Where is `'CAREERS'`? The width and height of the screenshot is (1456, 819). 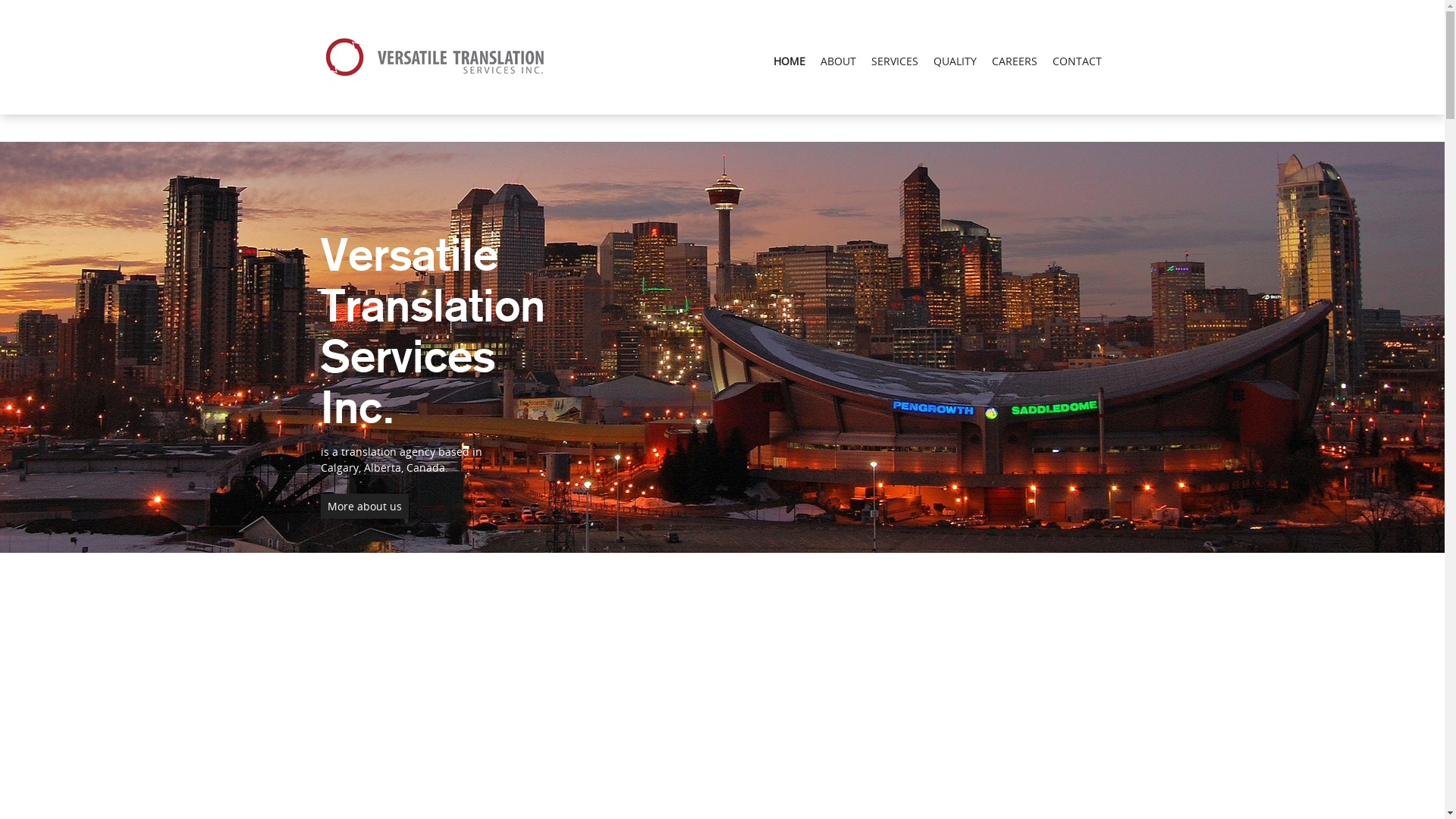
'CAREERS' is located at coordinates (1015, 60).